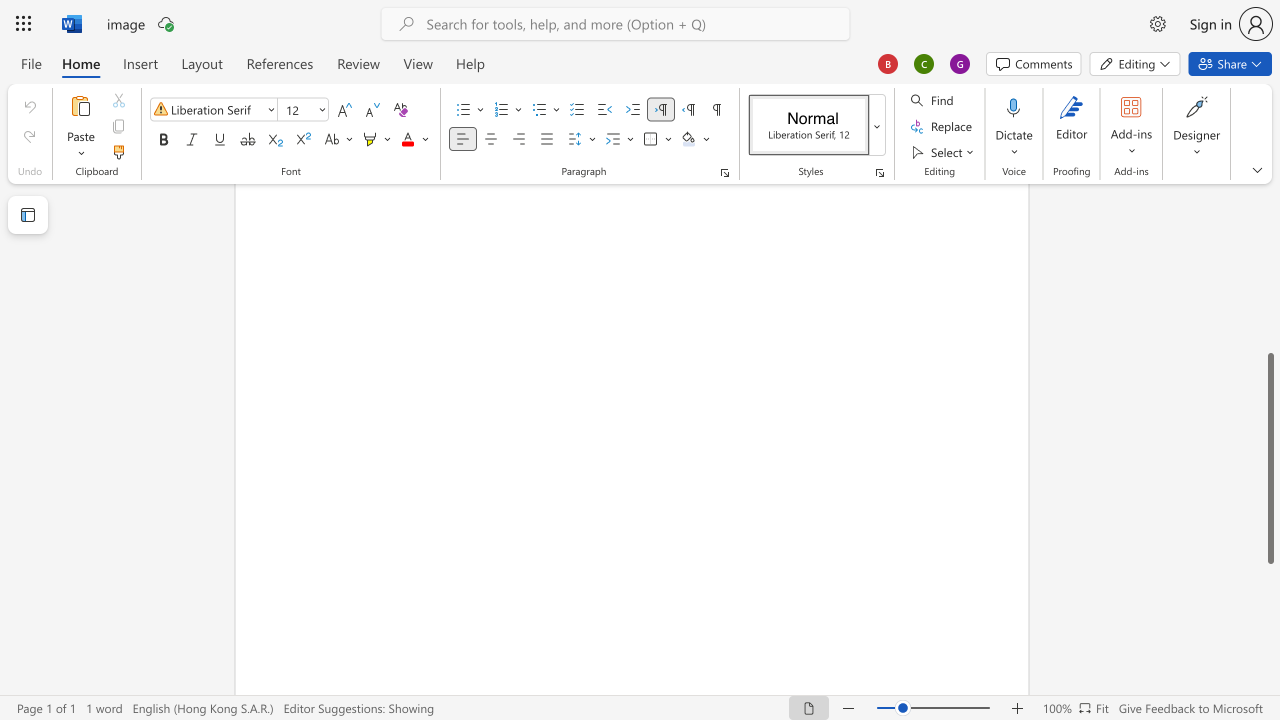 The height and width of the screenshot is (720, 1280). I want to click on the vertical scrollbar to raise the page content, so click(1269, 220).